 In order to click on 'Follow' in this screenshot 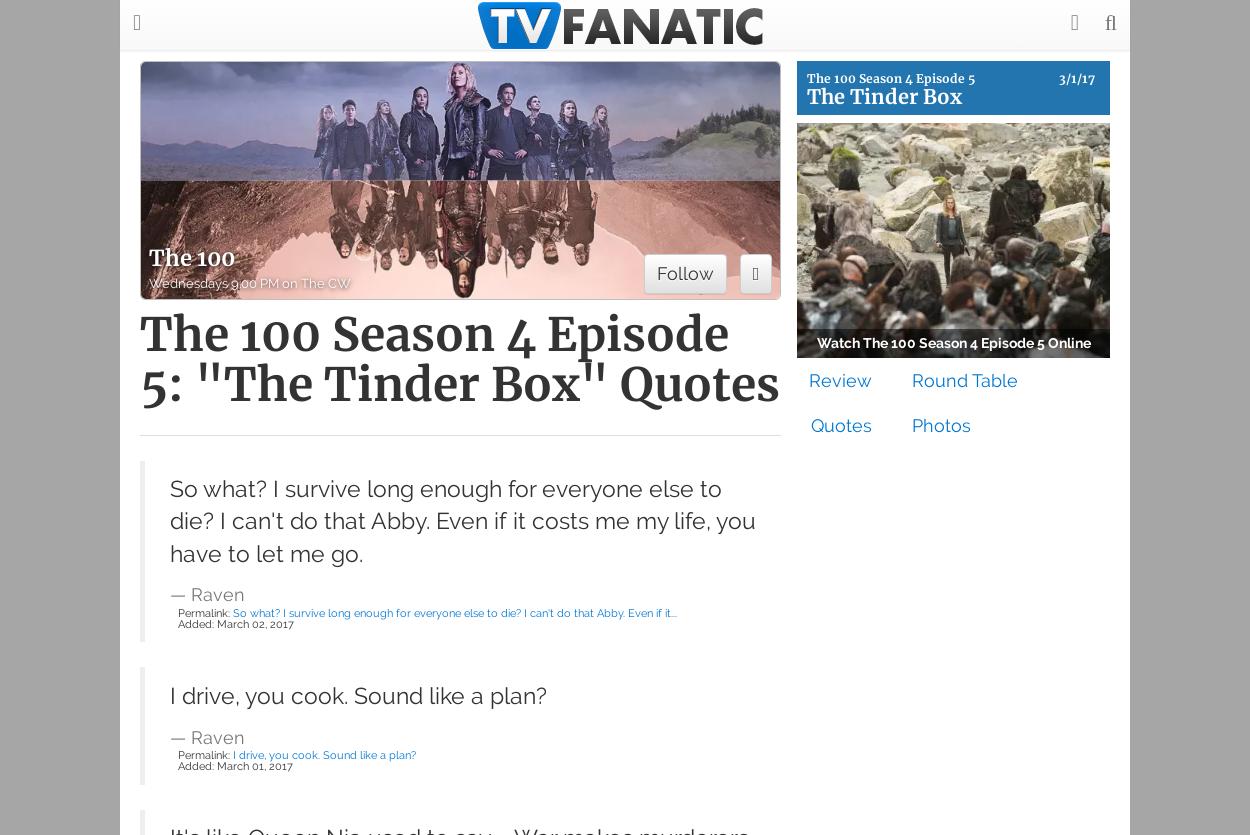, I will do `click(684, 271)`.